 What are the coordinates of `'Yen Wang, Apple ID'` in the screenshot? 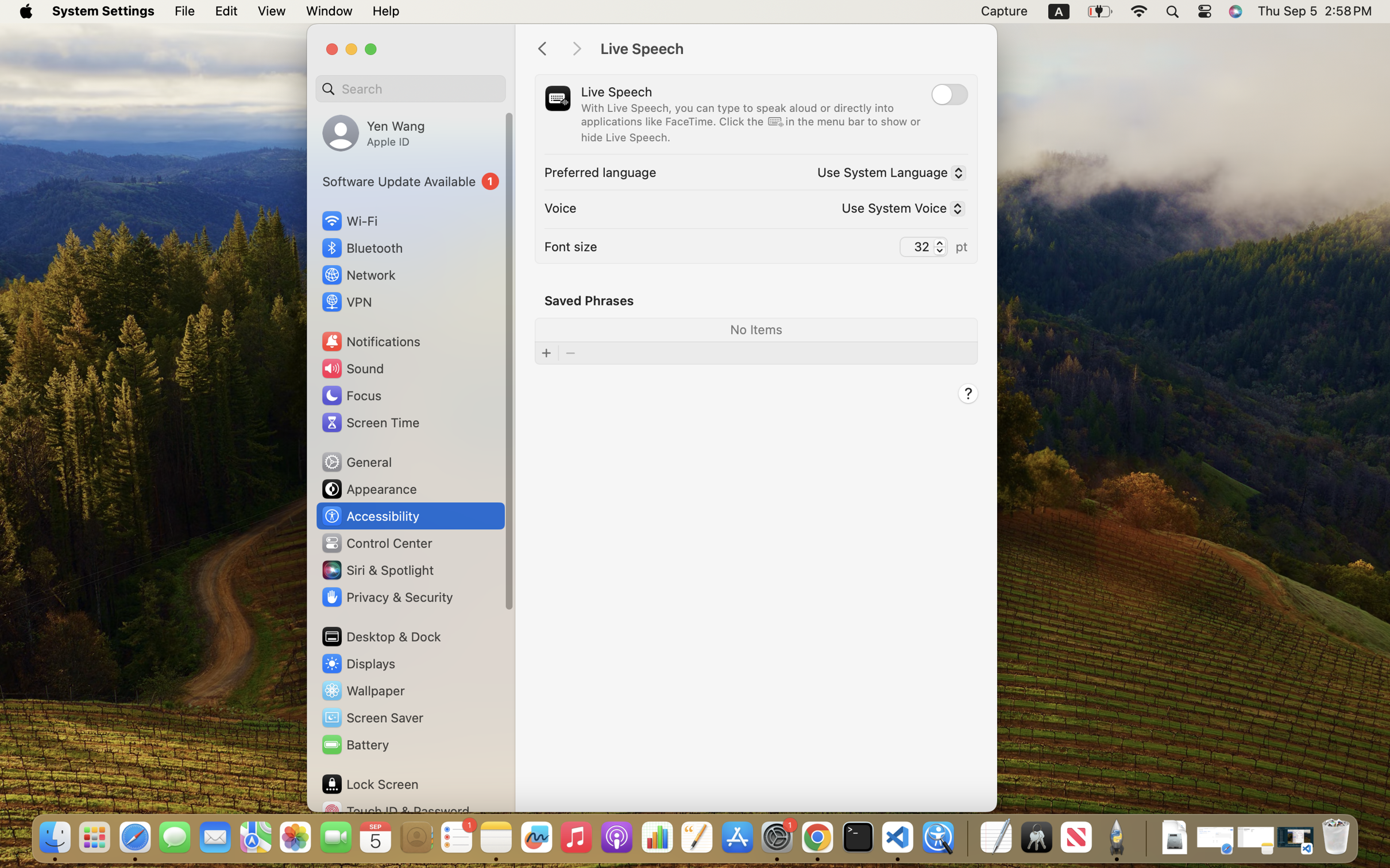 It's located at (373, 132).